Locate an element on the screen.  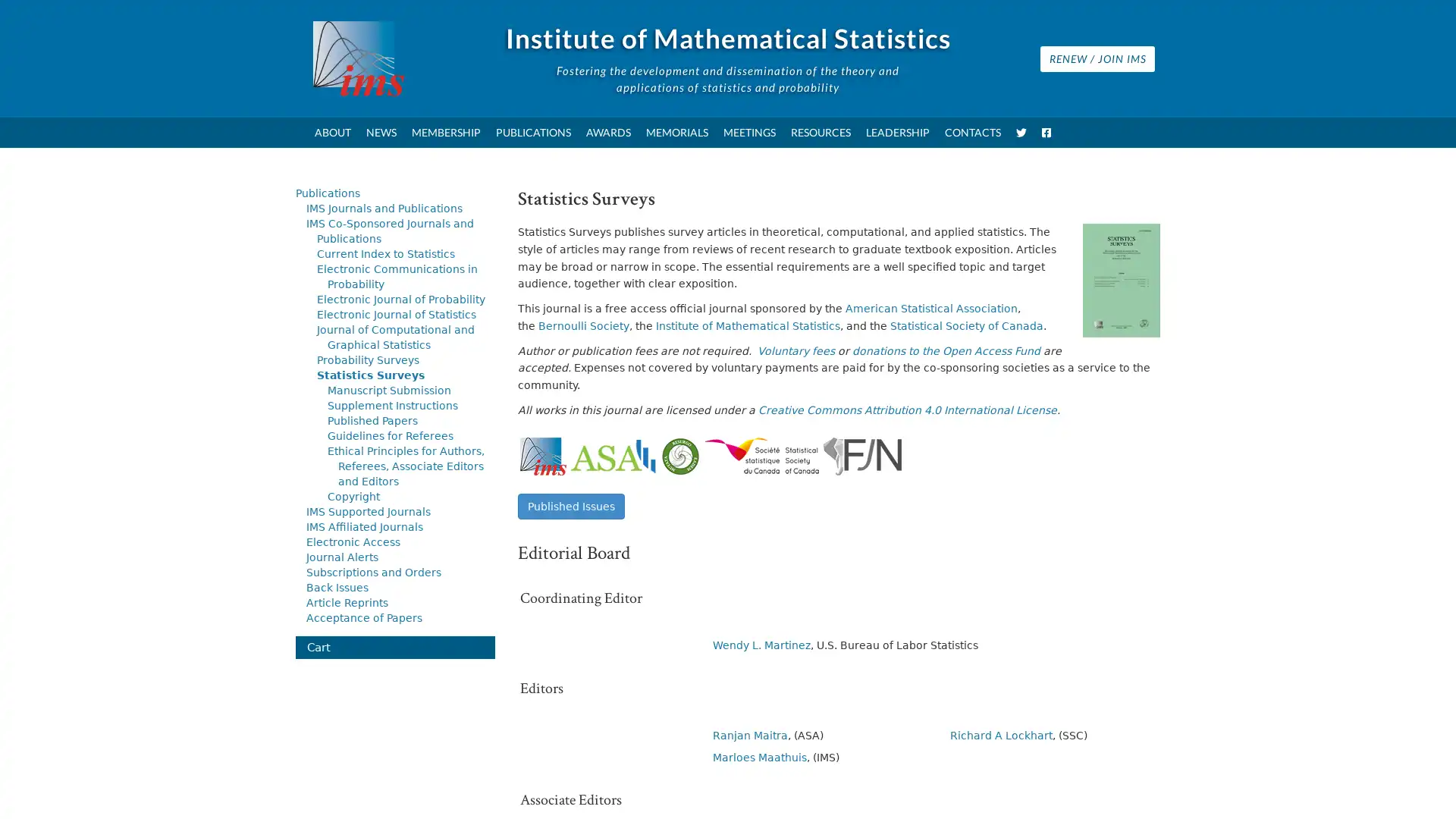
Published Issues is located at coordinates (570, 506).